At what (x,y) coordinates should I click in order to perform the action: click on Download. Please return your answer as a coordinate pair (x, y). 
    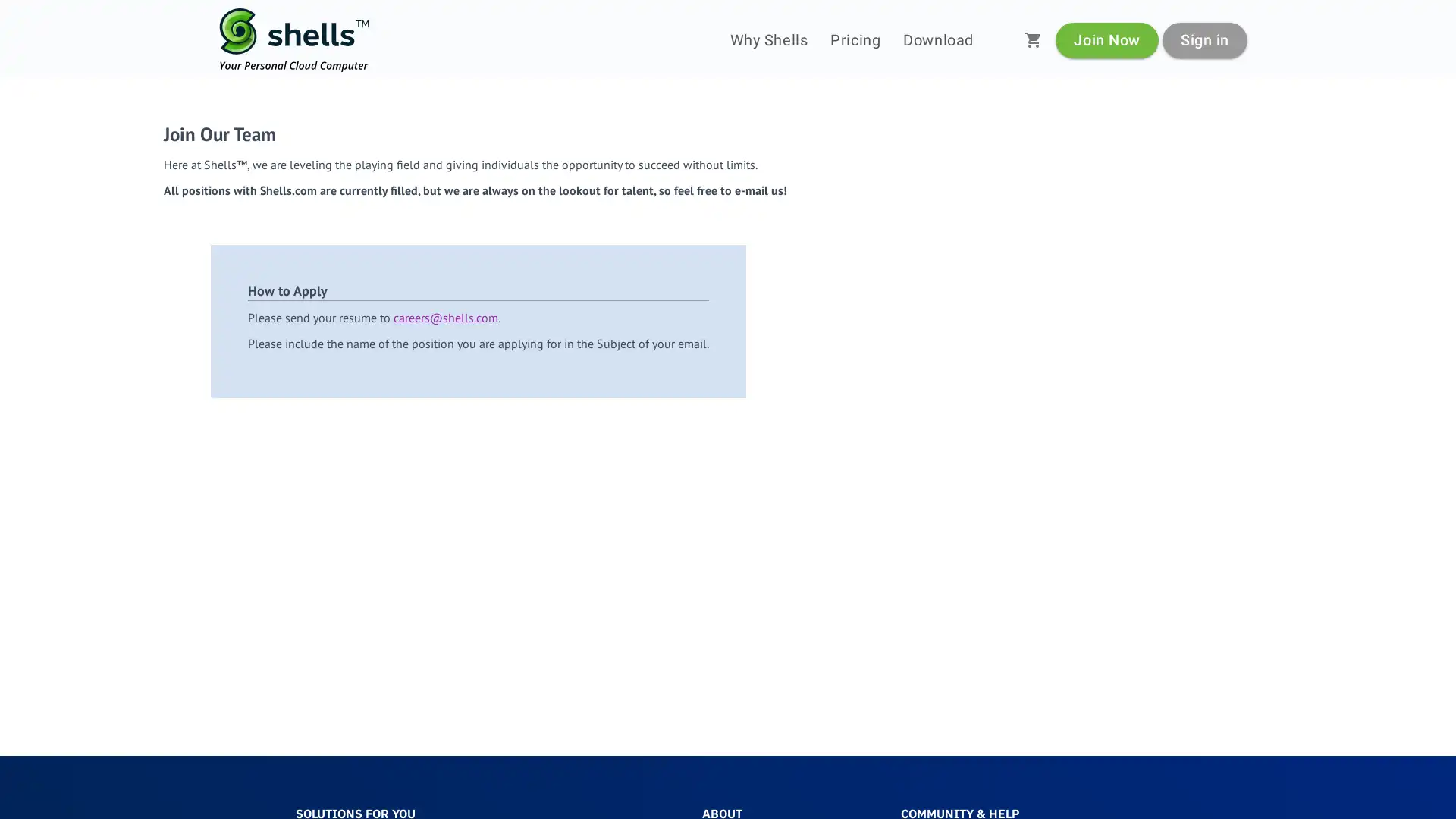
    Looking at the image, I should click on (937, 39).